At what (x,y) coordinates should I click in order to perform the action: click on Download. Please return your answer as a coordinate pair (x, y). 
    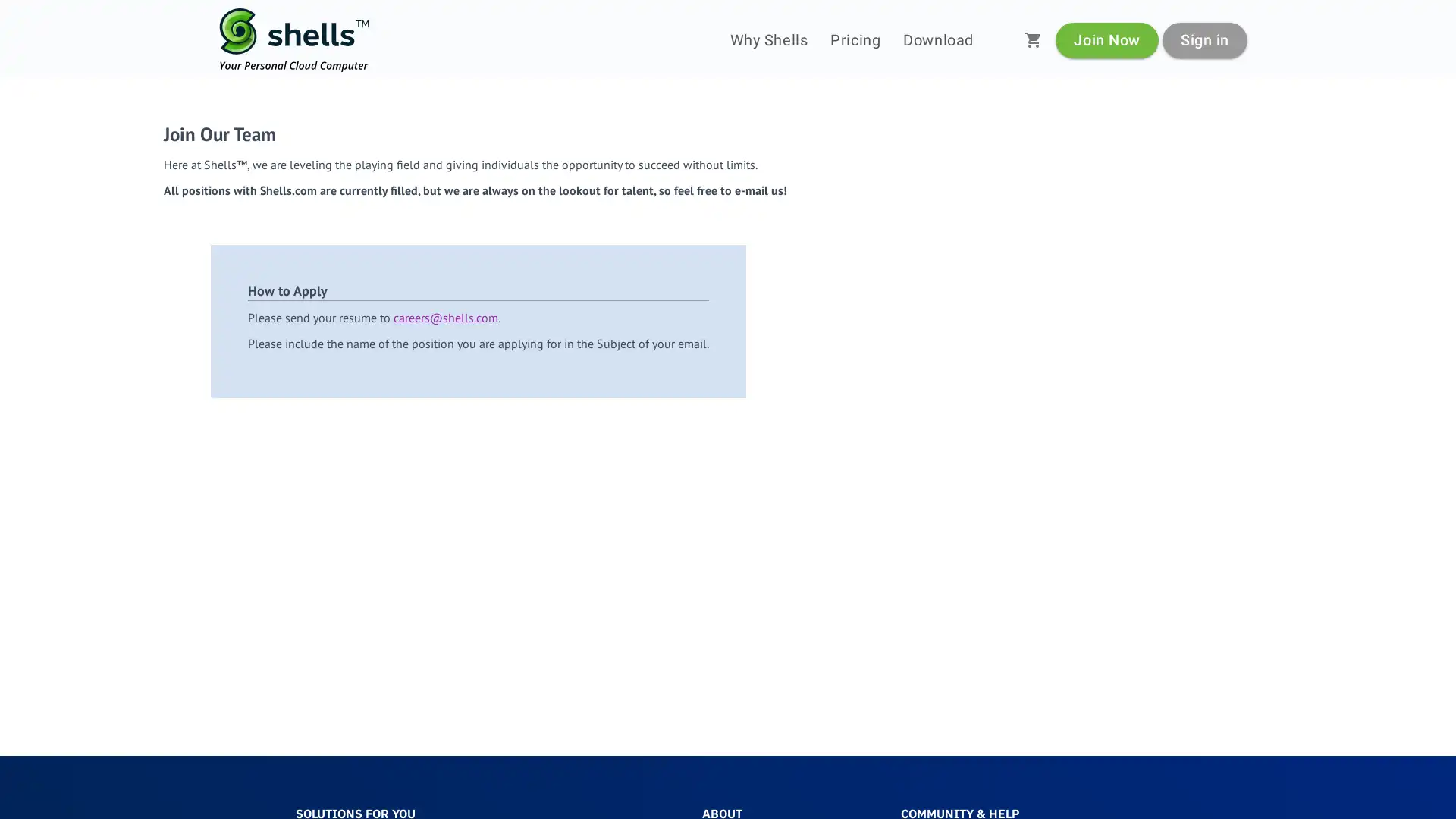
    Looking at the image, I should click on (937, 39).